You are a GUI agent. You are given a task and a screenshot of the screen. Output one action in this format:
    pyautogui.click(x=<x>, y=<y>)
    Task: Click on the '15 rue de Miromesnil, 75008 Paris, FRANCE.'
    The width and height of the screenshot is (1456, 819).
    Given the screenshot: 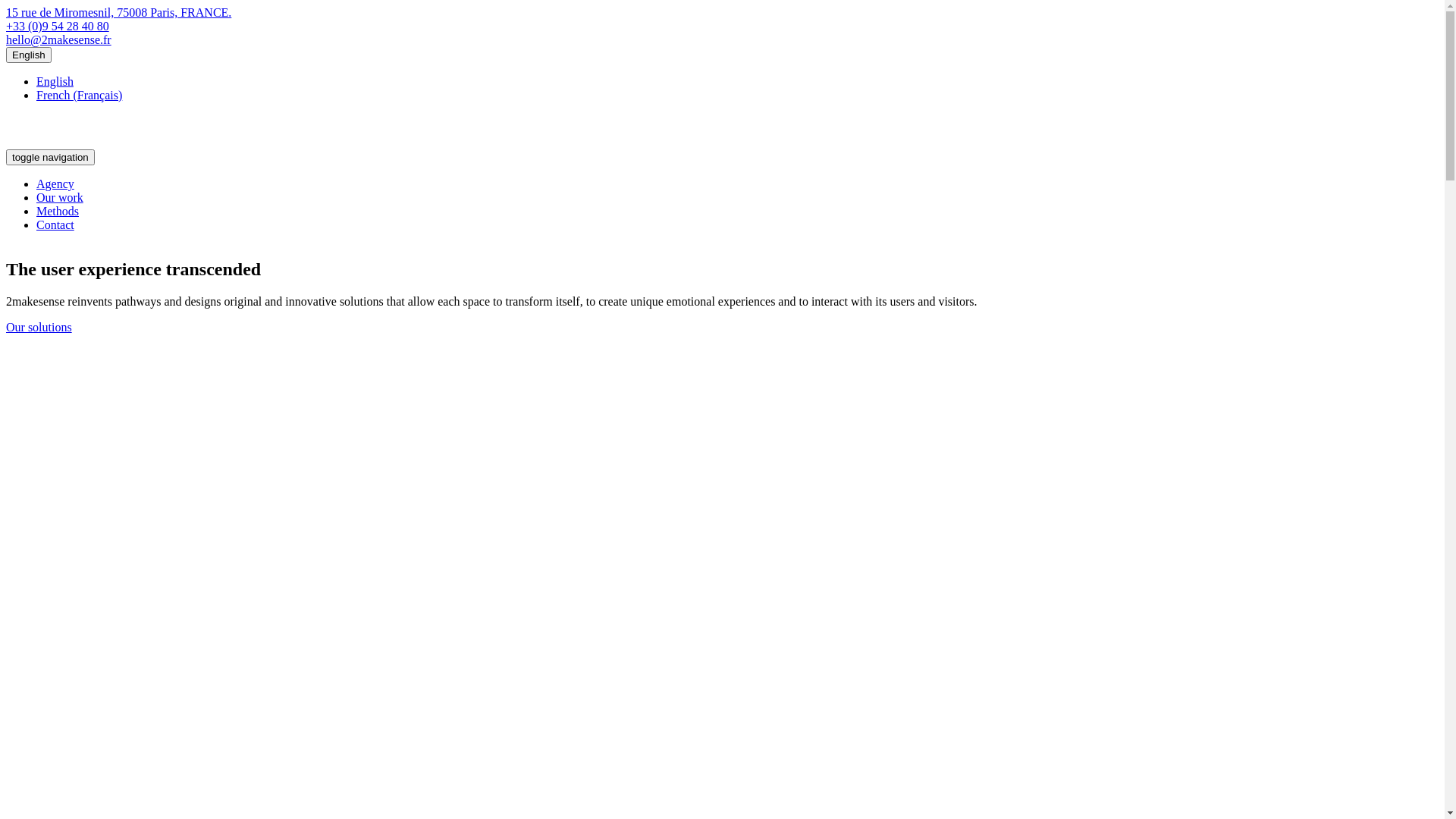 What is the action you would take?
    pyautogui.click(x=118, y=12)
    